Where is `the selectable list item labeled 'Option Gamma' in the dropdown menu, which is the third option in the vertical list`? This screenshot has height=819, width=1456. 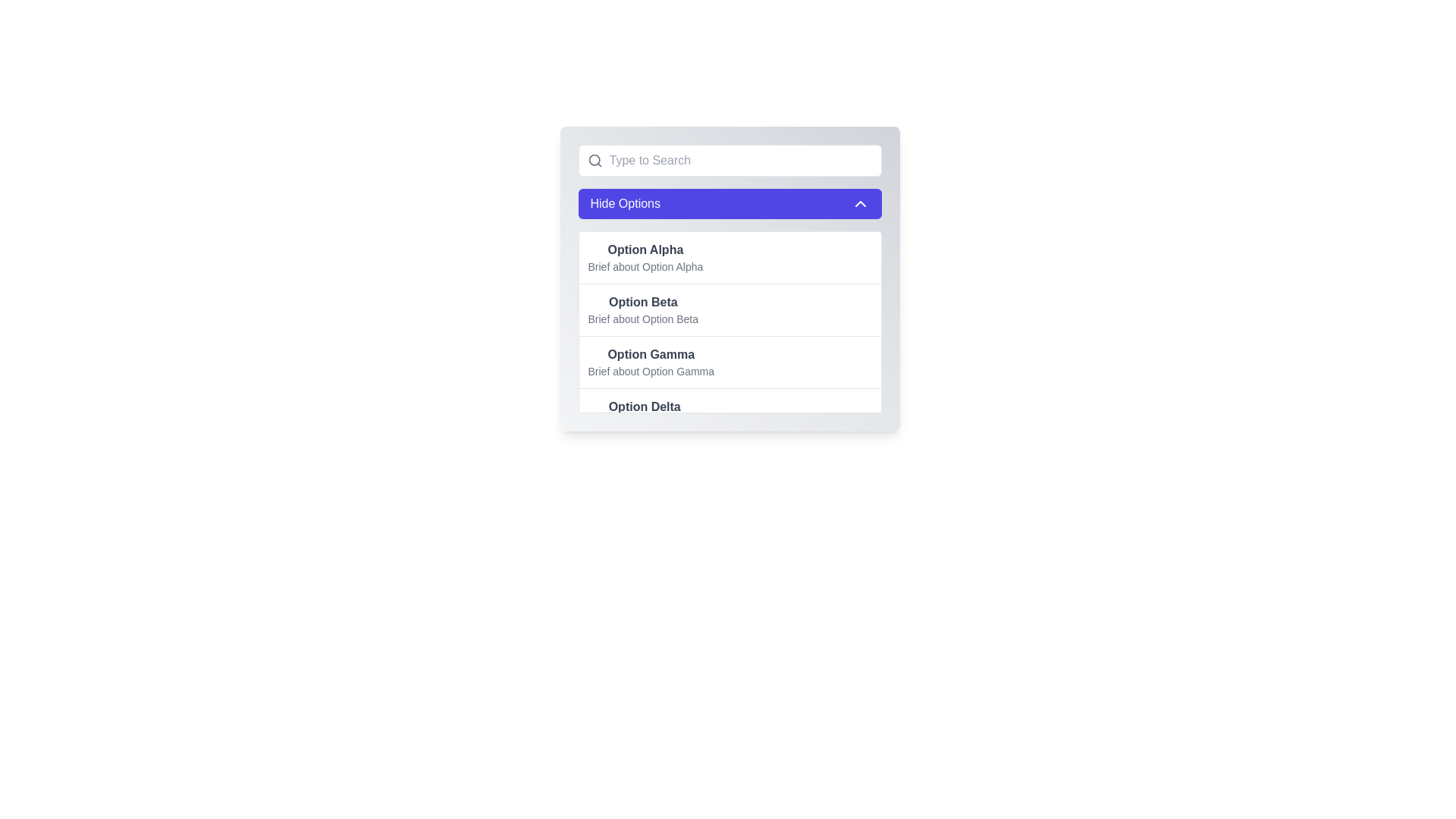
the selectable list item labeled 'Option Gamma' in the dropdown menu, which is the third option in the vertical list is located at coordinates (730, 362).